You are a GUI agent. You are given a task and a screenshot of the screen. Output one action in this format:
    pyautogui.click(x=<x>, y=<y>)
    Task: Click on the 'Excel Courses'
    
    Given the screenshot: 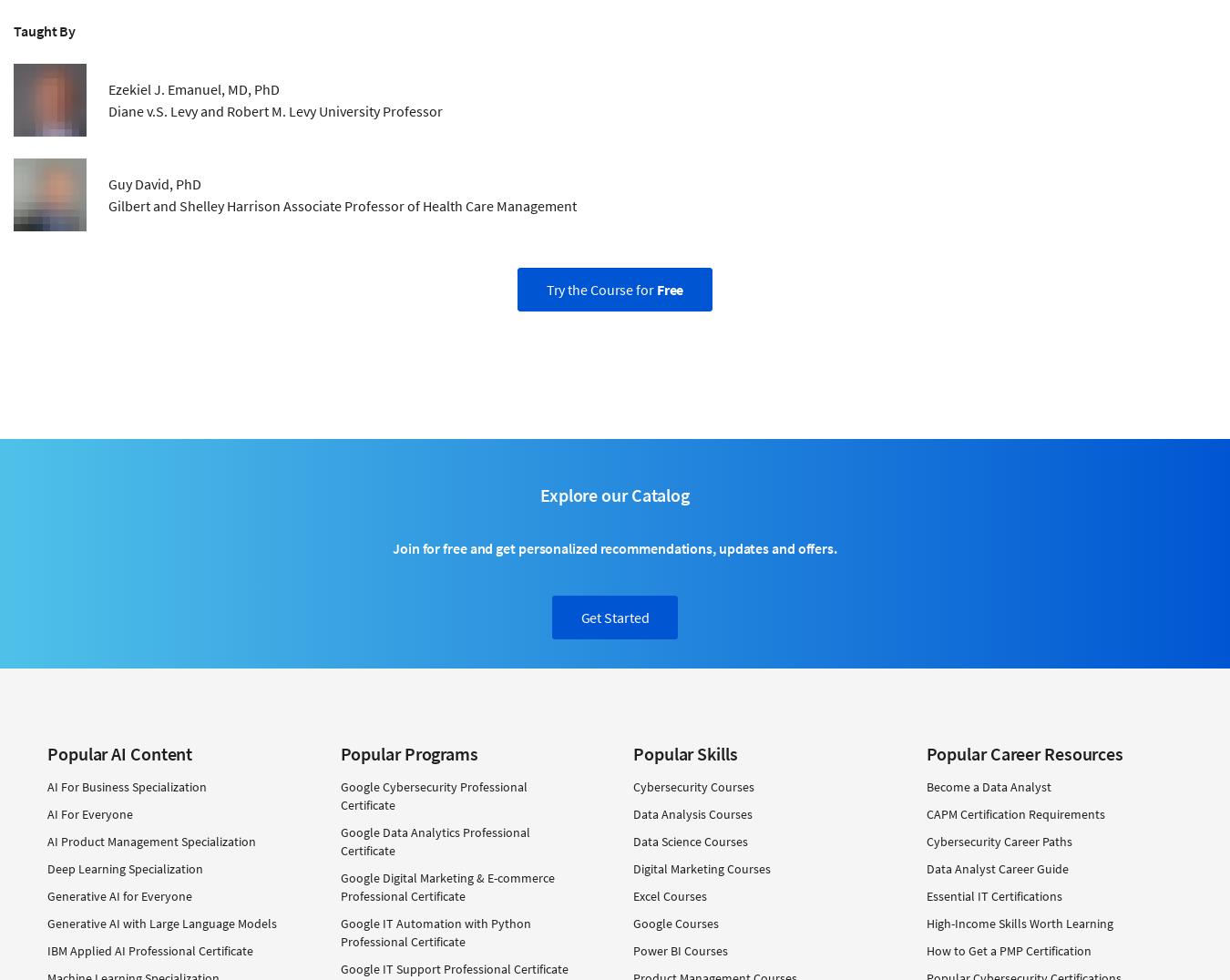 What is the action you would take?
    pyautogui.click(x=669, y=896)
    